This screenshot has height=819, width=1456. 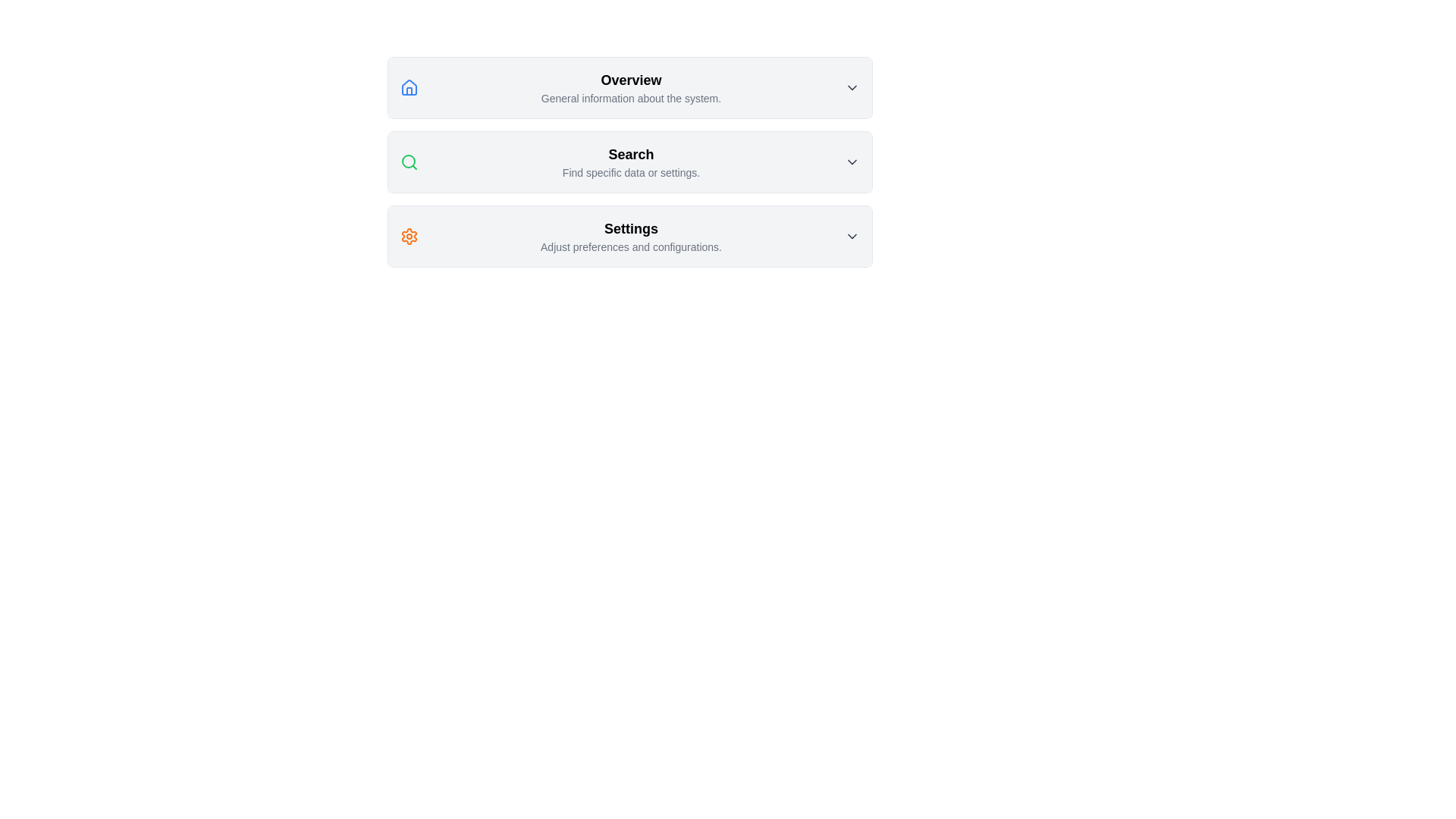 What do you see at coordinates (852, 162) in the screenshot?
I see `the dropdown toggle icon located at the far right of the 'Search' section` at bounding box center [852, 162].